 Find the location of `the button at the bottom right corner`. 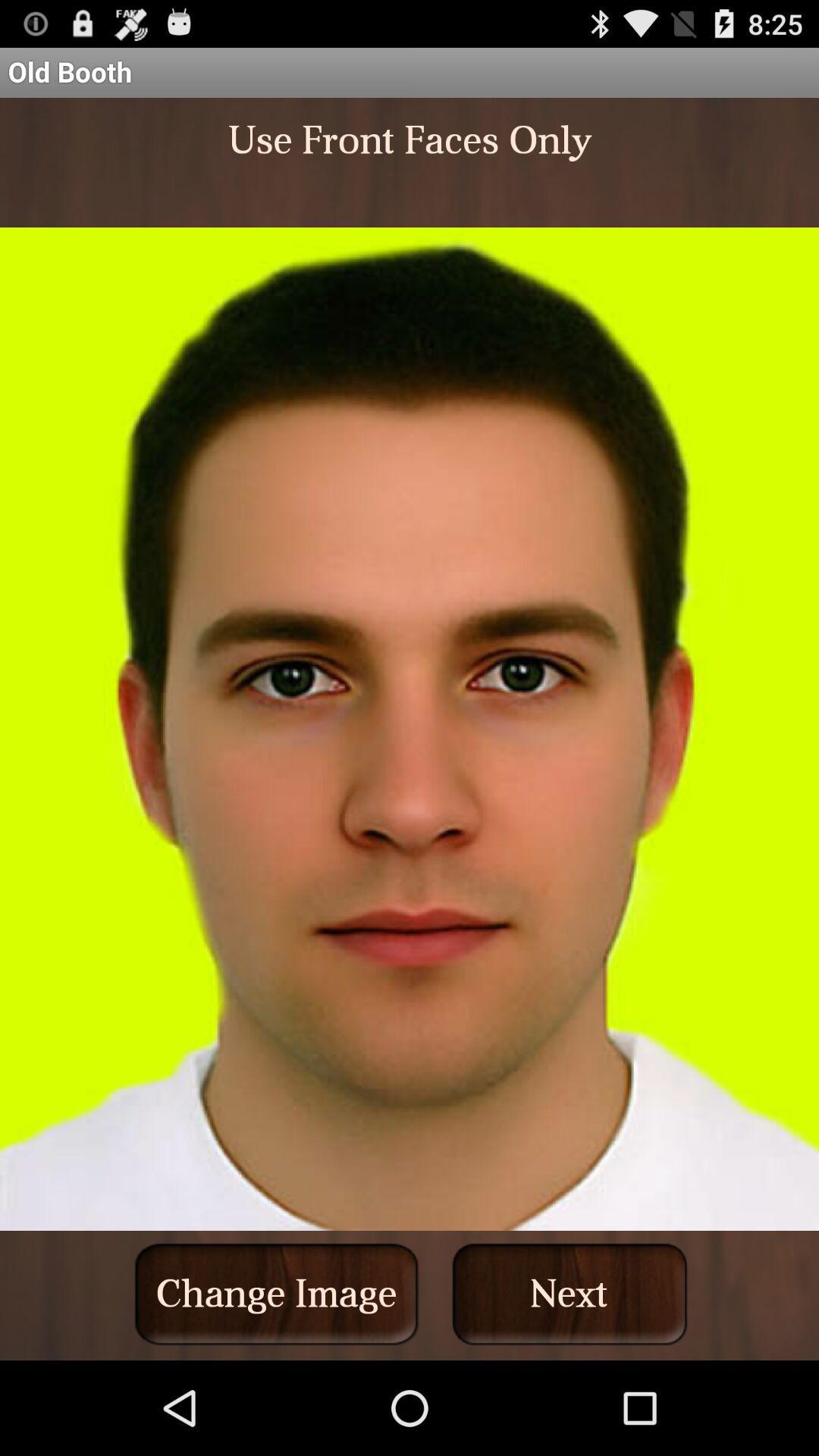

the button at the bottom right corner is located at coordinates (570, 1293).